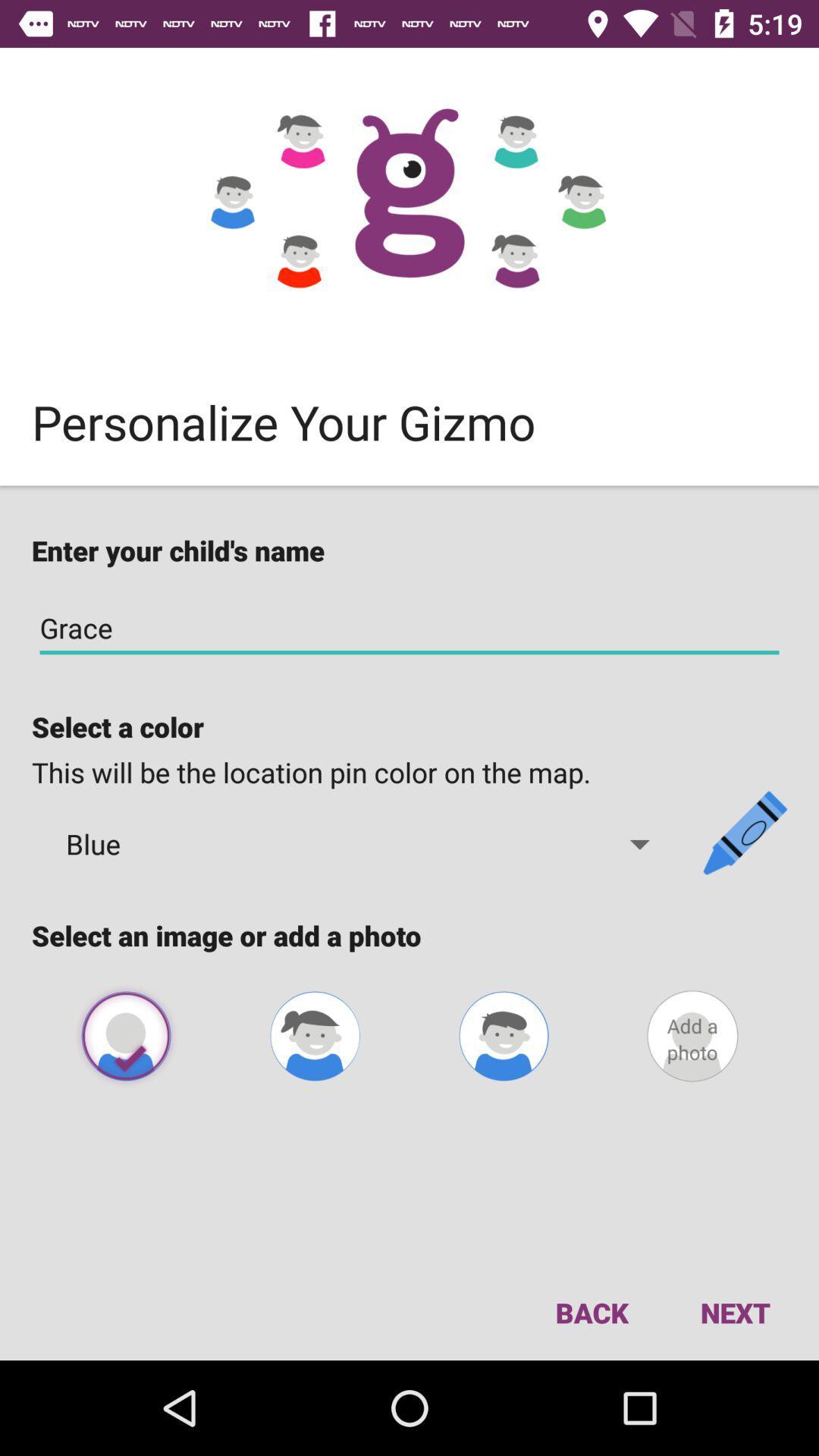 The width and height of the screenshot is (819, 1456). I want to click on photo for female, so click(314, 1035).